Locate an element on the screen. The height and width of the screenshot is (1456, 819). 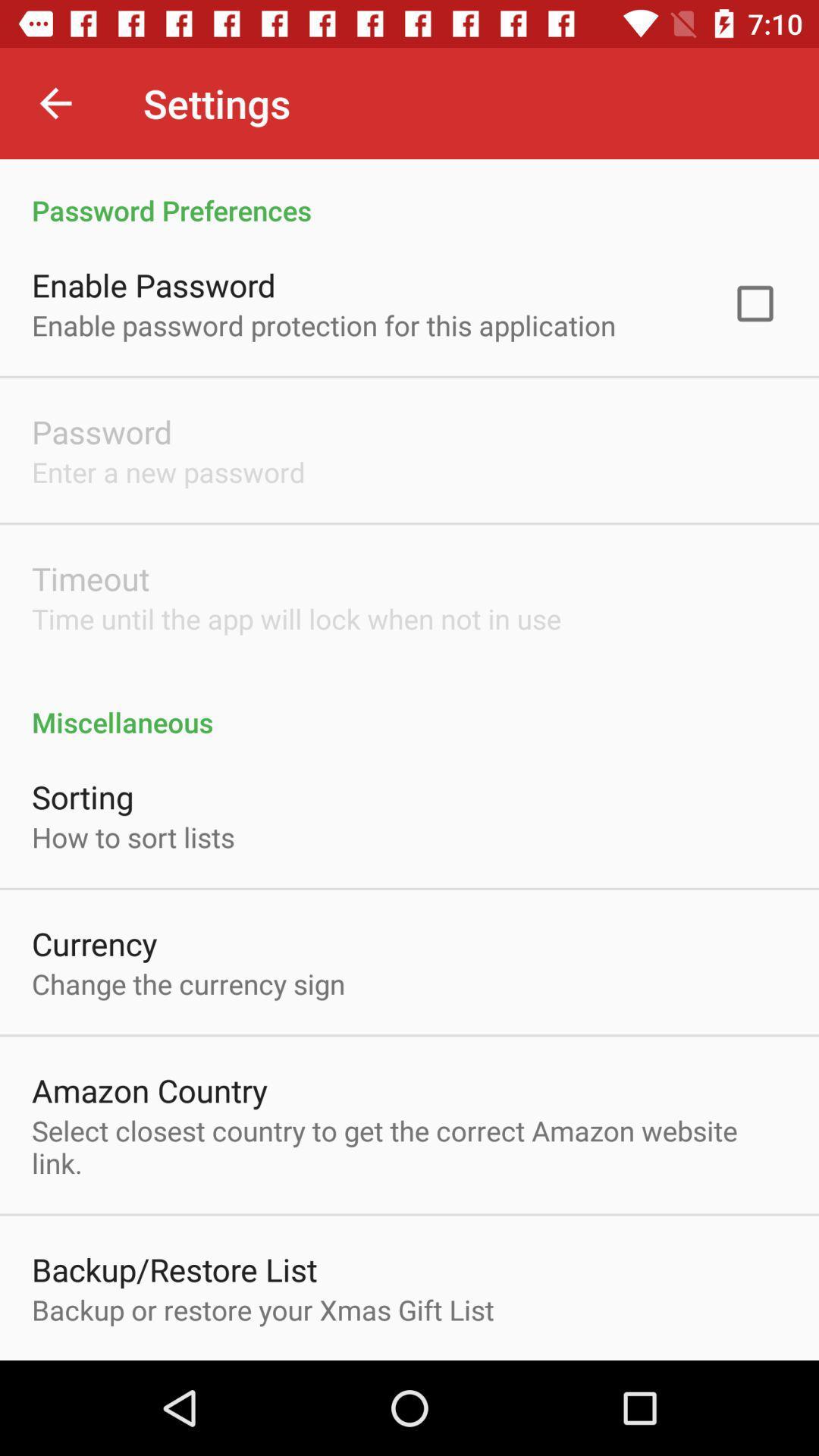
the item below currency icon is located at coordinates (187, 984).